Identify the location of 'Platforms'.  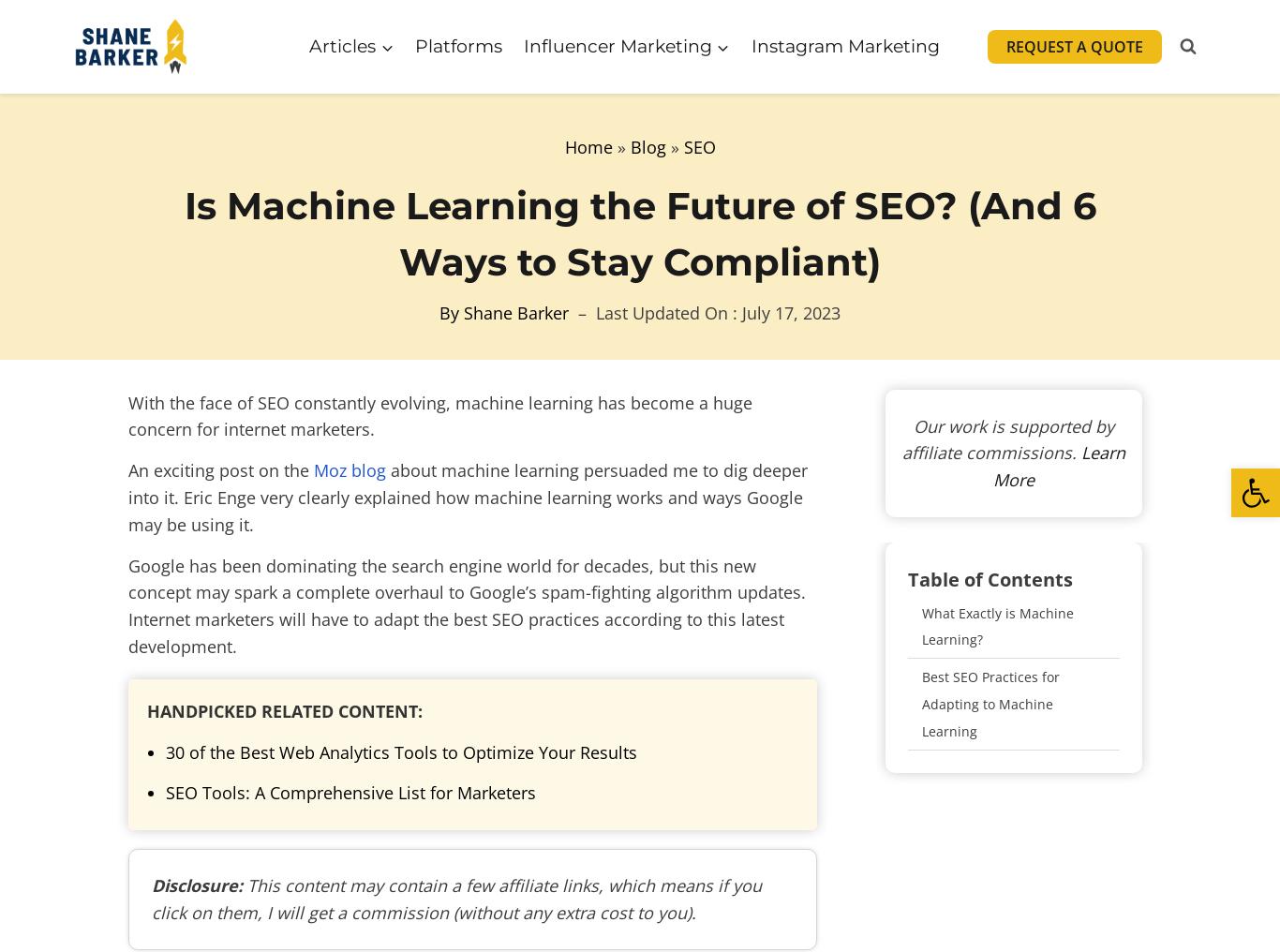
(458, 44).